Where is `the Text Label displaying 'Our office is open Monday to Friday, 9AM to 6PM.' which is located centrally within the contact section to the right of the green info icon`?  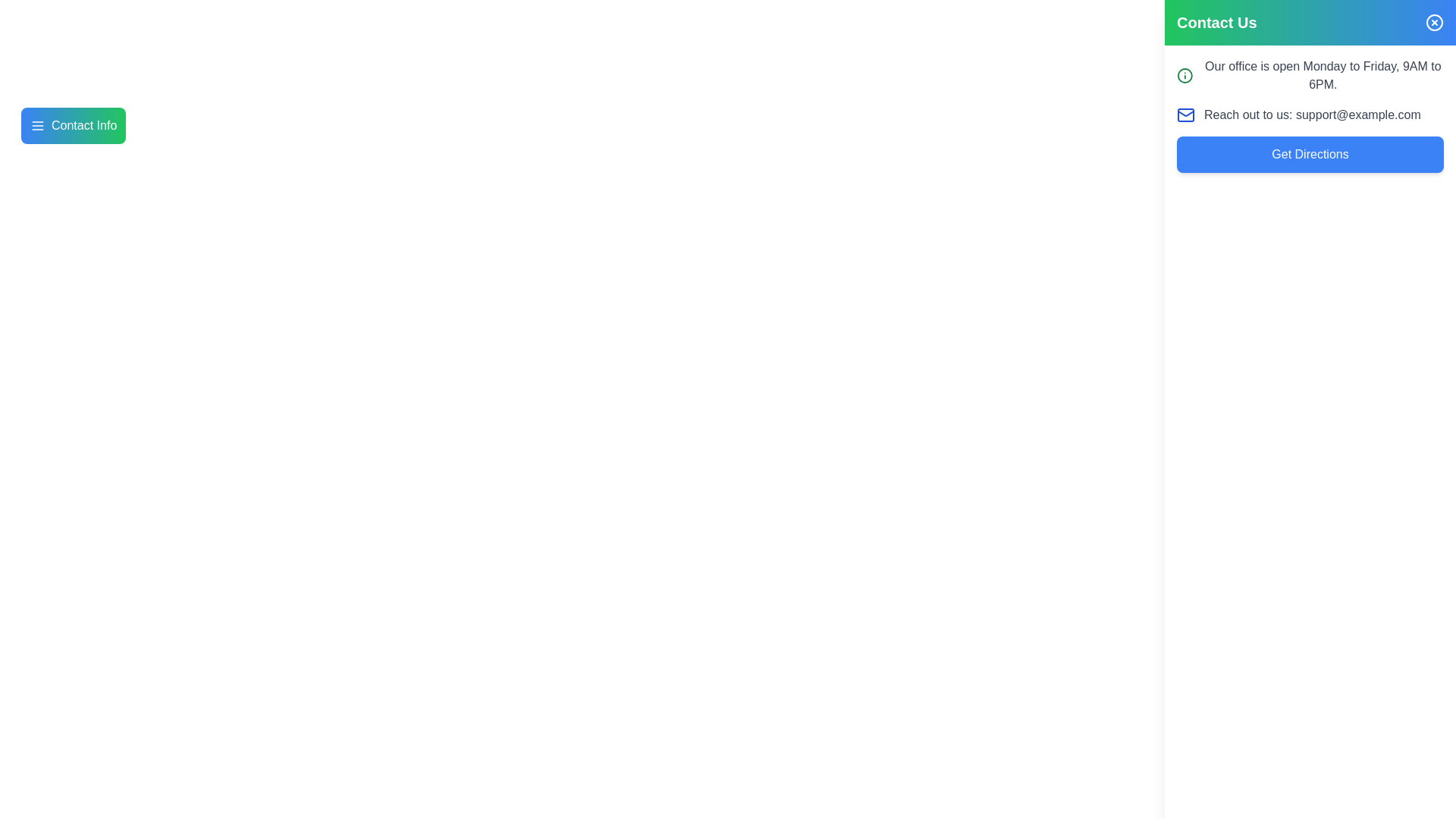
the Text Label displaying 'Our office is open Monday to Friday, 9AM to 6PM.' which is located centrally within the contact section to the right of the green info icon is located at coordinates (1322, 76).